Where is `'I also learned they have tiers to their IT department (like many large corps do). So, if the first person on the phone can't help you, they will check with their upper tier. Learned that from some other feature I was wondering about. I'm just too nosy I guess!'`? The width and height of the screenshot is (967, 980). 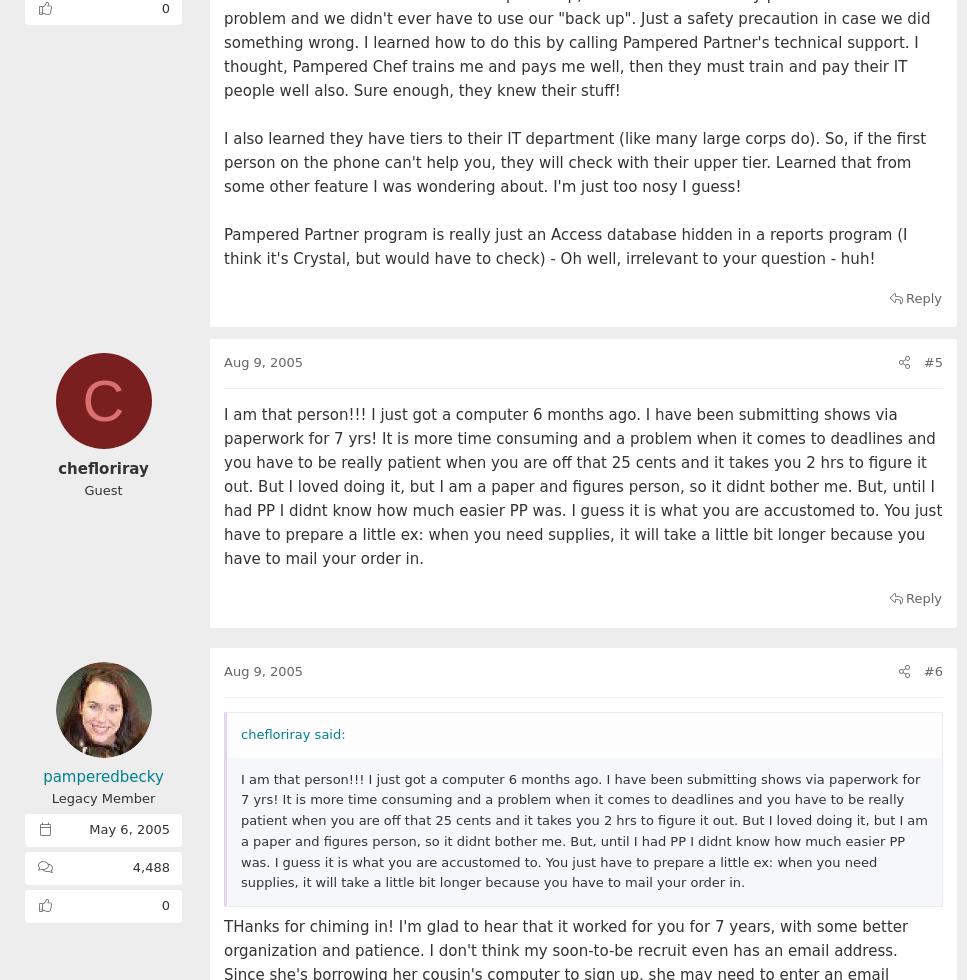
'I also learned they have tiers to their IT department (like many large corps do). So, if the first person on the phone can't help you, they will check with their upper tier. Learned that from some other feature I was wondering about. I'm just too nosy I guess!' is located at coordinates (222, 161).